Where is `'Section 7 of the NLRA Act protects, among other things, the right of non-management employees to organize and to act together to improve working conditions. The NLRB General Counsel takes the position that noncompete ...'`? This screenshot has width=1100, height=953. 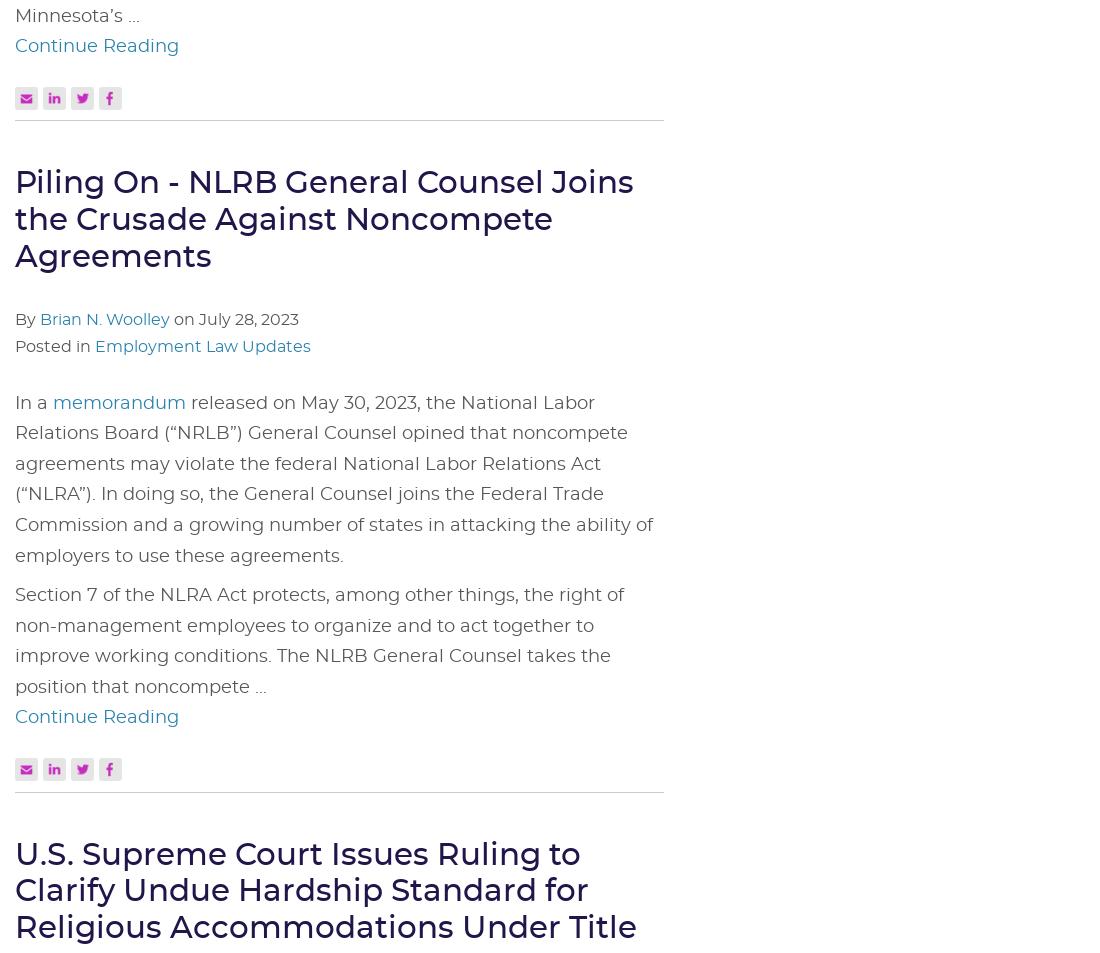
'Section 7 of the NLRA Act protects, among other things, the right of non-management employees to organize and to act together to improve working conditions. The NLRB General Counsel takes the position that noncompete ...' is located at coordinates (318, 641).